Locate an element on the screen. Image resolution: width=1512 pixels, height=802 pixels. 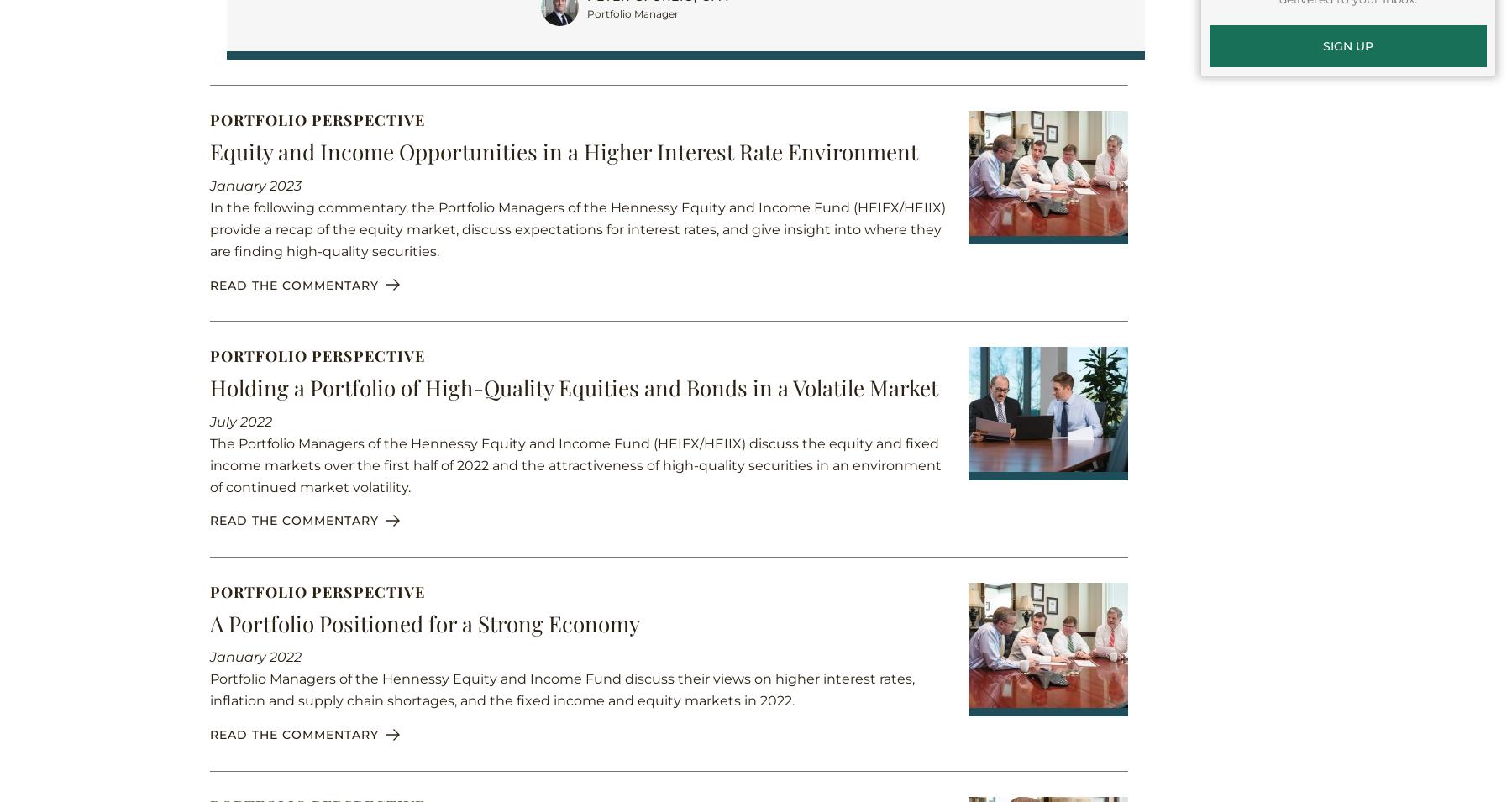
'July 2022' is located at coordinates (239, 421).